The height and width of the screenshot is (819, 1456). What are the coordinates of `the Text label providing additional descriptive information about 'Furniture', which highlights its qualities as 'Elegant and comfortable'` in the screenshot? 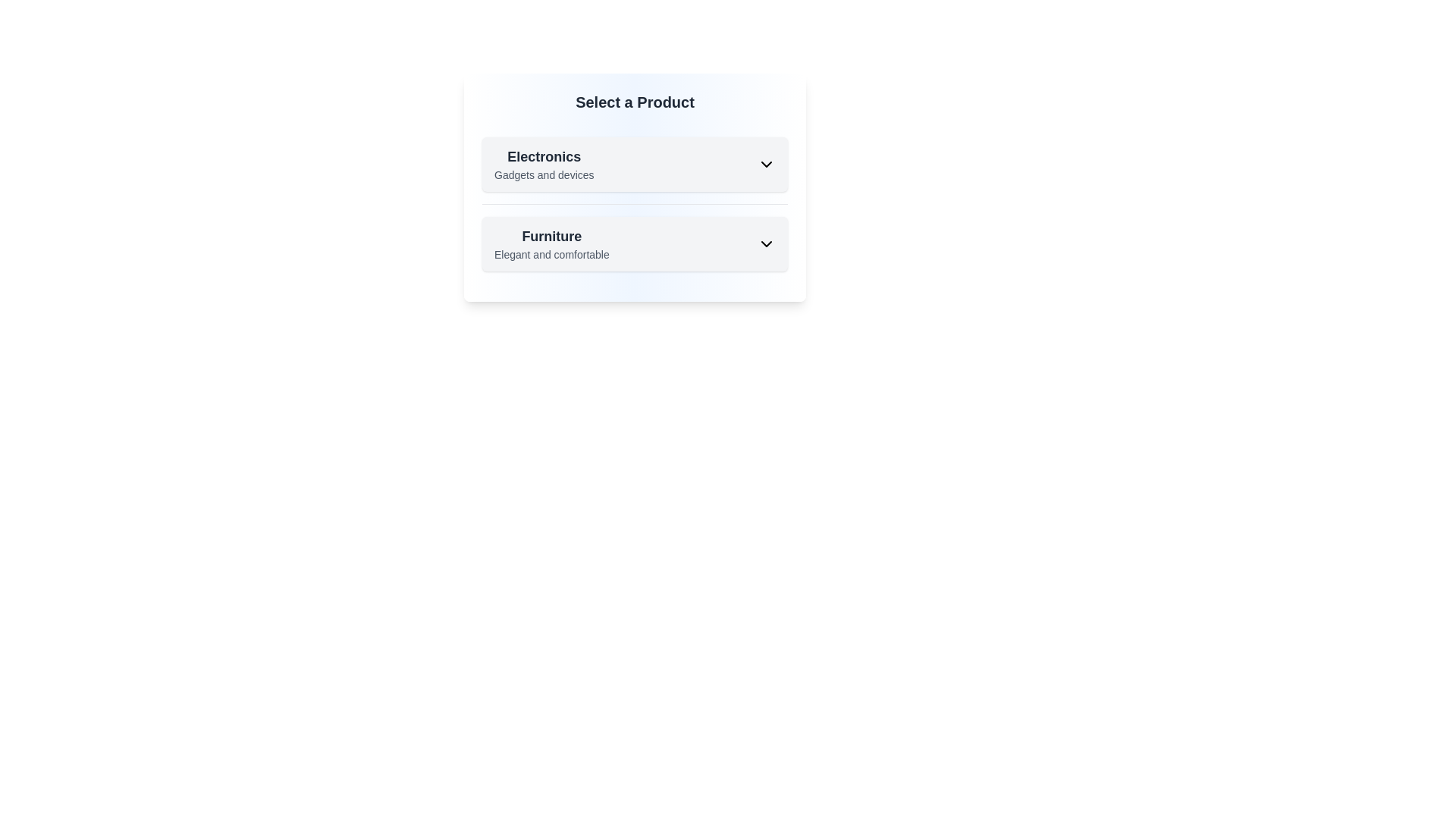 It's located at (551, 253).